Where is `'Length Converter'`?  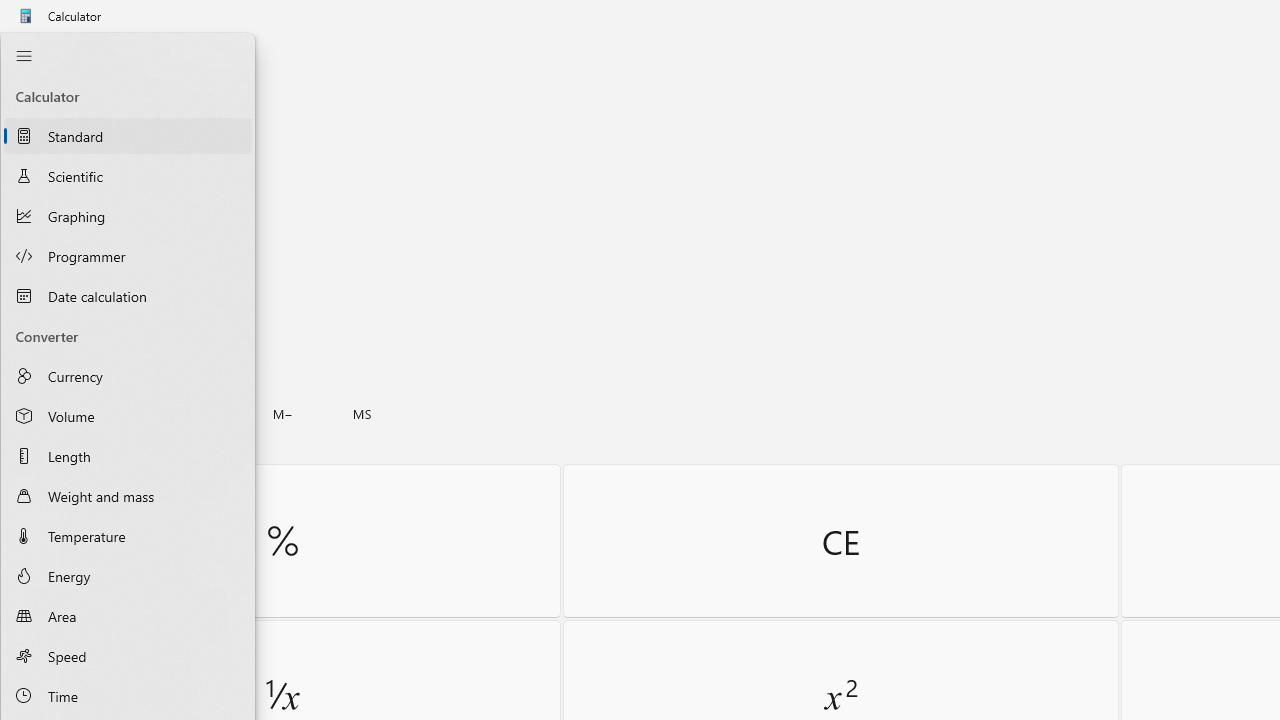 'Length Converter' is located at coordinates (127, 455).